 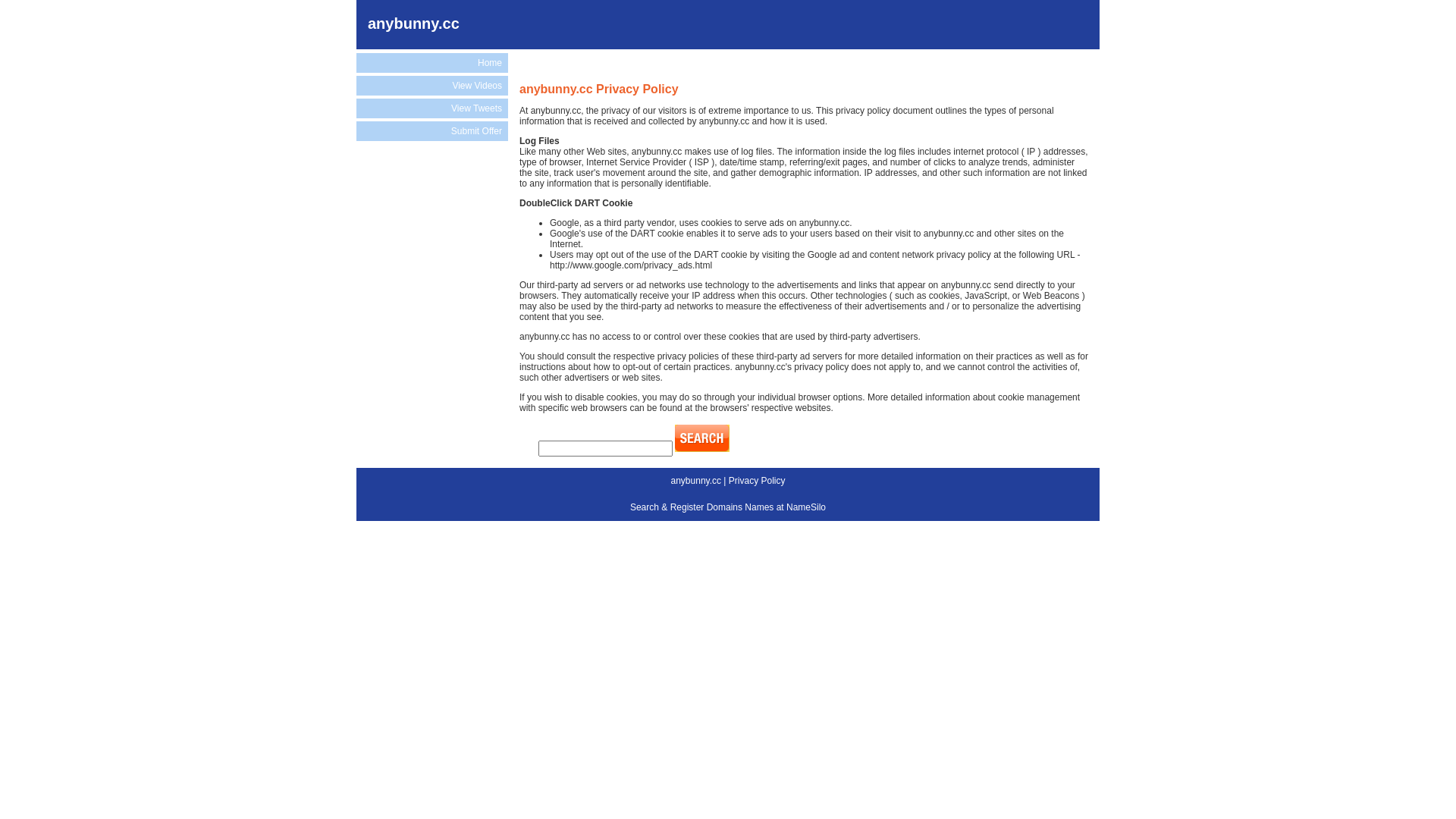 I want to click on 'View Tweets', so click(x=431, y=107).